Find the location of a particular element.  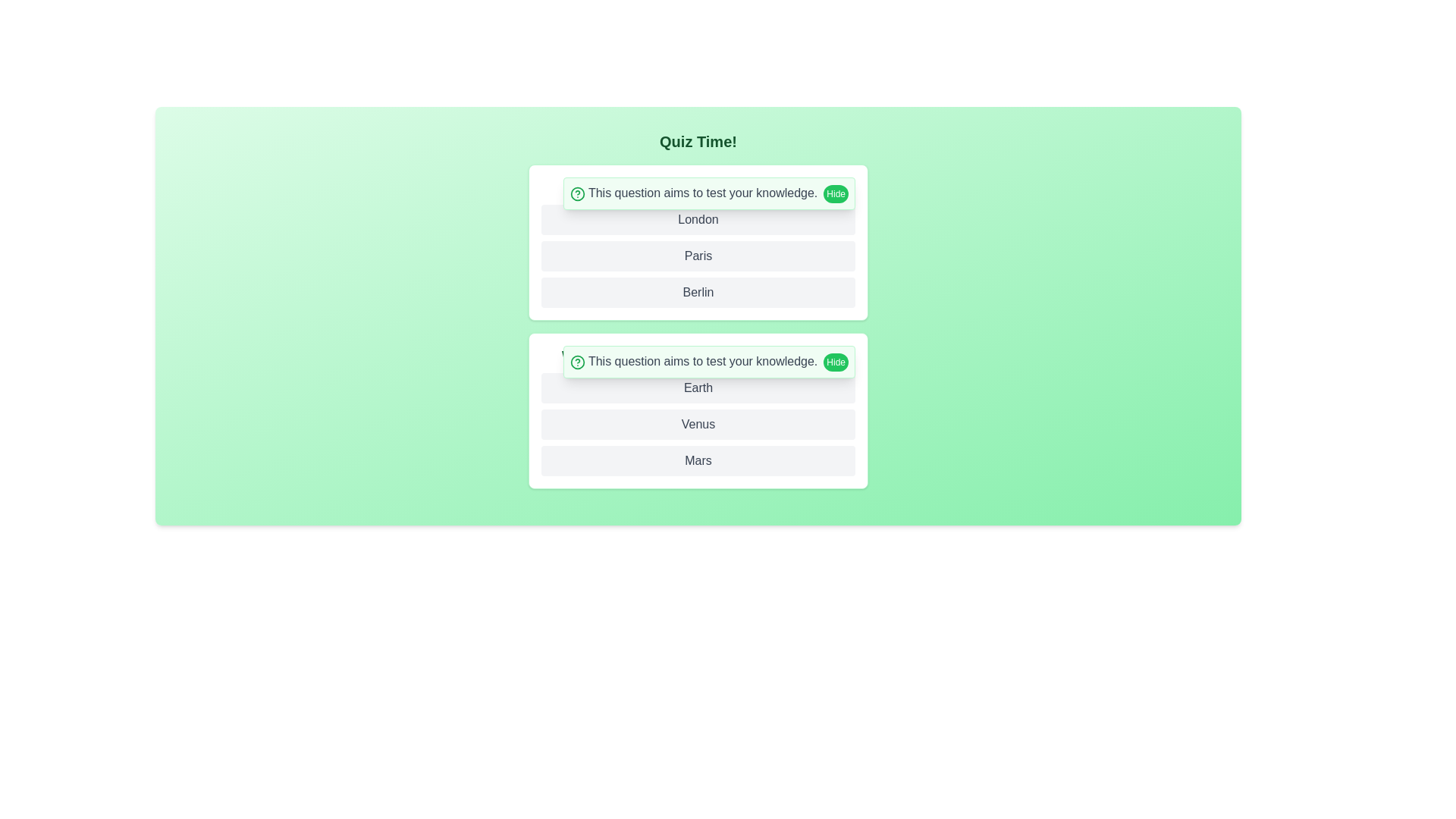

the second button-like option selector in the vertical list is located at coordinates (698, 256).